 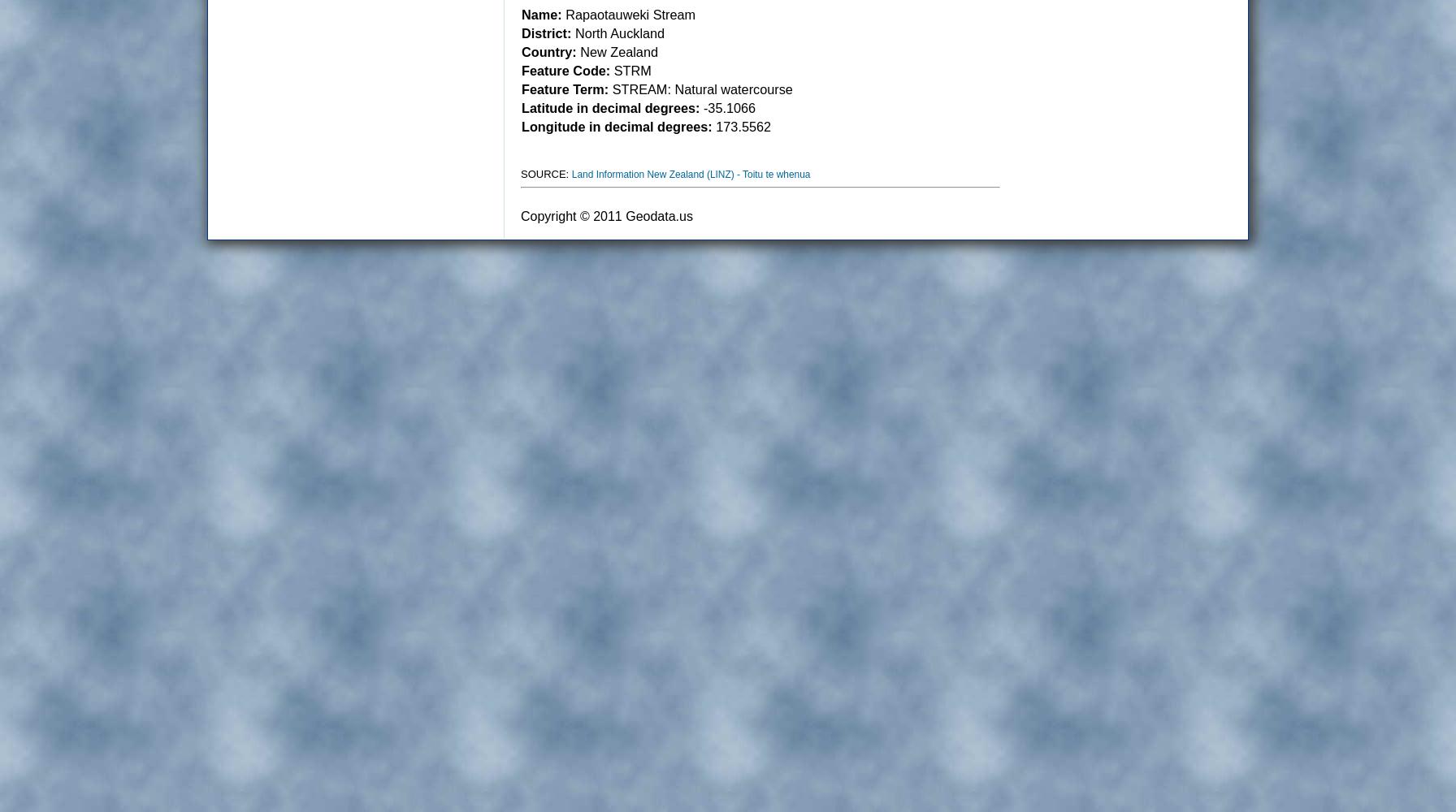 I want to click on 'New Zealand', so click(x=616, y=51).